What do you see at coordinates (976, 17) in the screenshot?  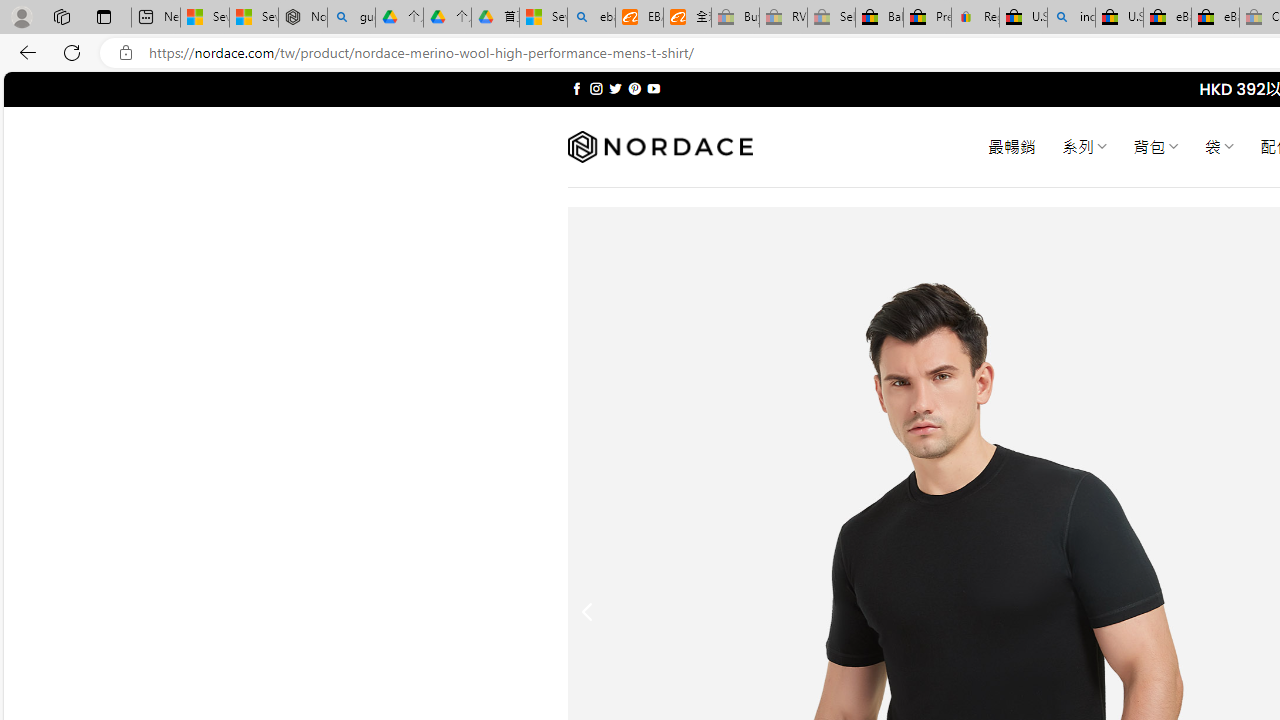 I see `'Register: Create a personal eBay account'` at bounding box center [976, 17].